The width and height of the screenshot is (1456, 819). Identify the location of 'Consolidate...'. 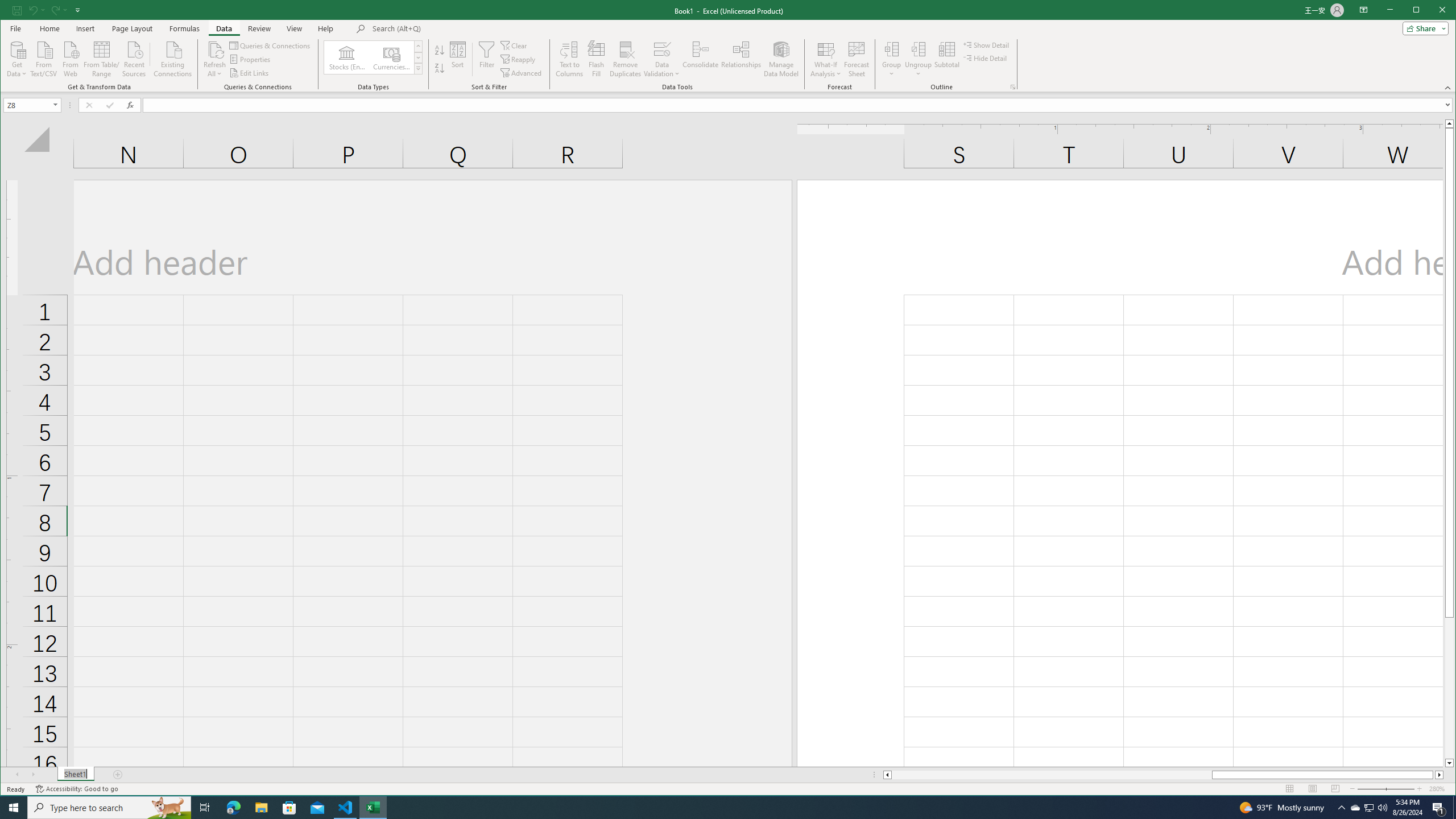
(700, 59).